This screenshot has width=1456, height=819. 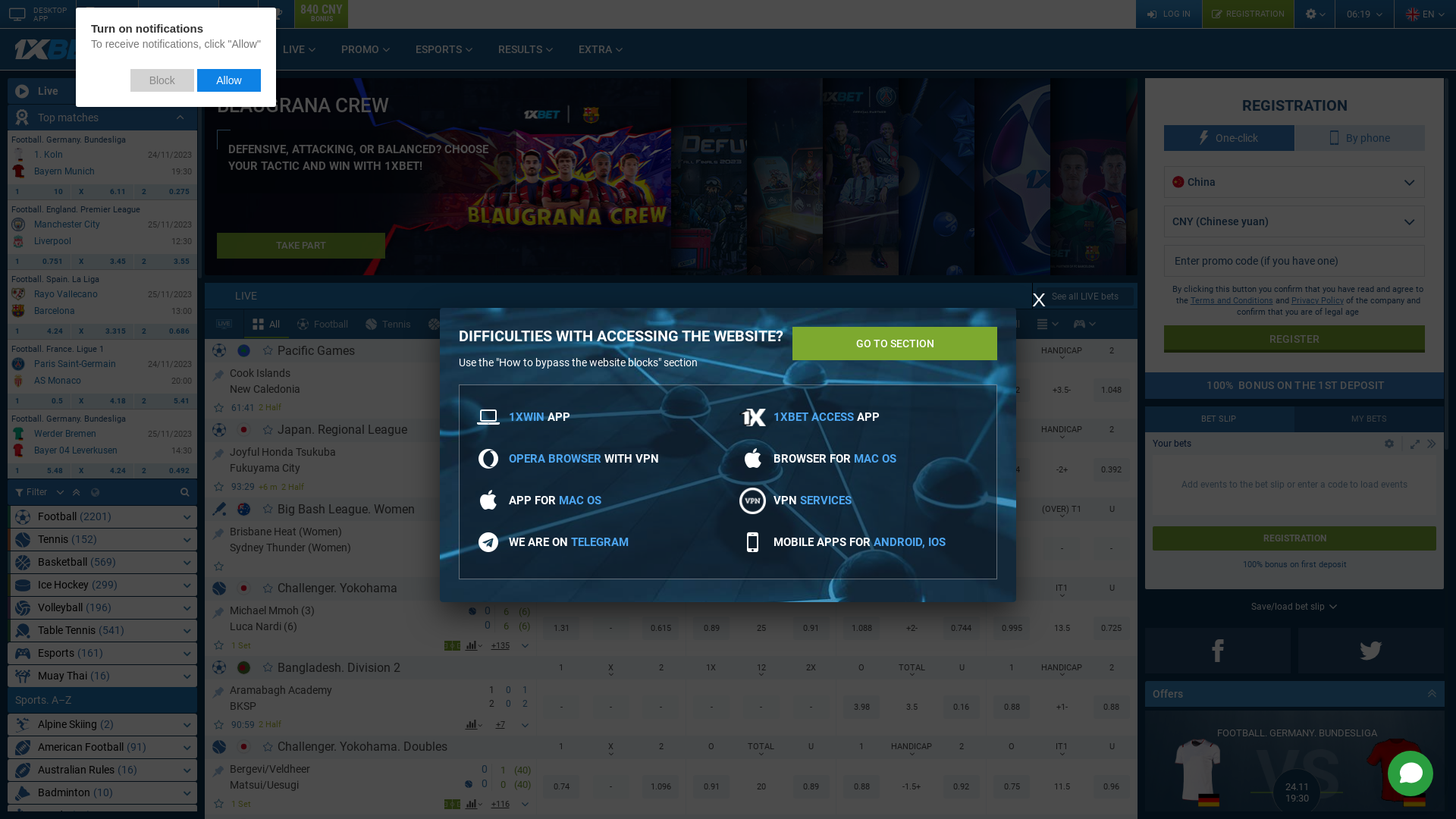 I want to click on 'X, so click(x=102, y=191).